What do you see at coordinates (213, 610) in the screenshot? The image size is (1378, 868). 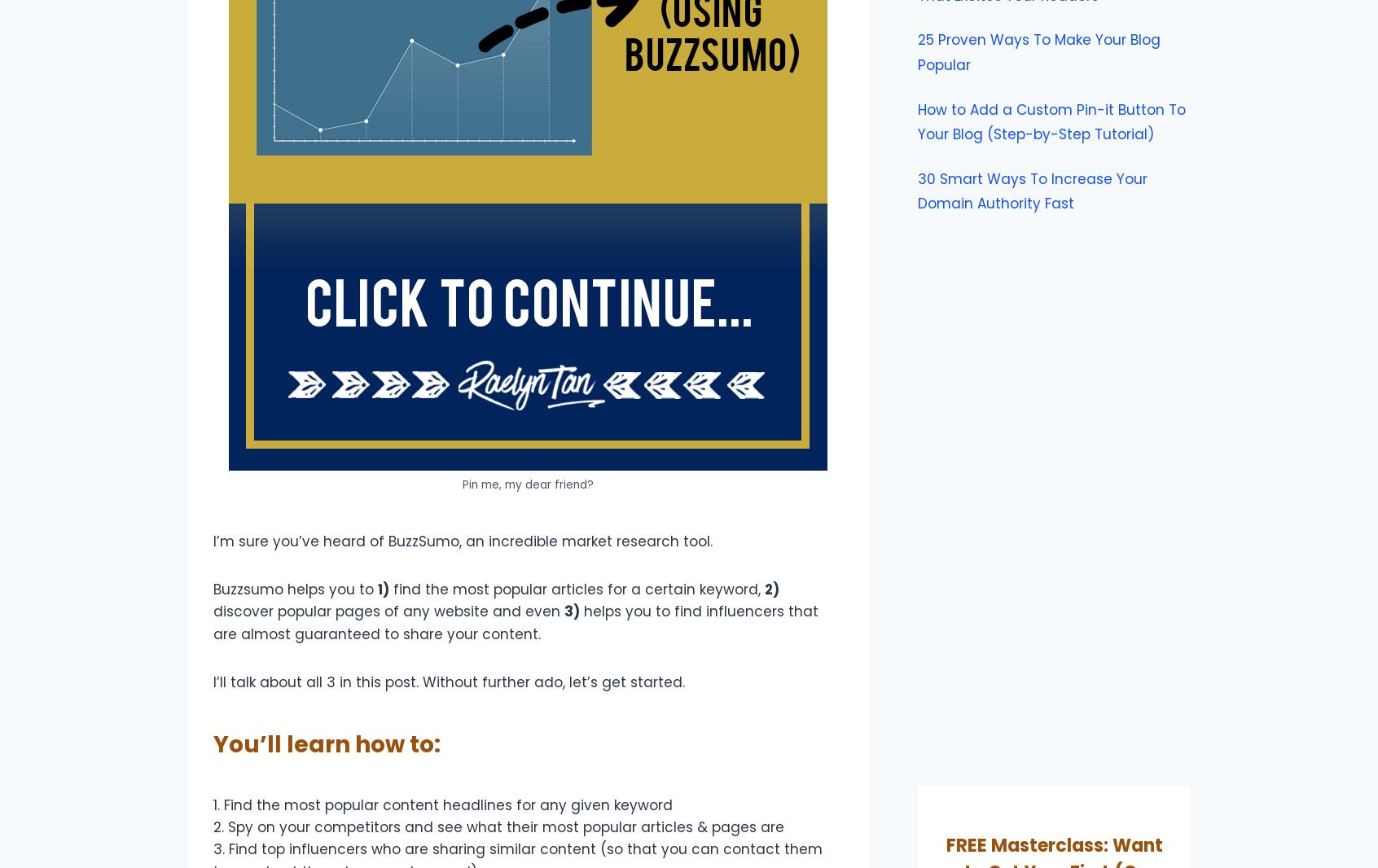 I see `'discover popular pages of any website and even'` at bounding box center [213, 610].